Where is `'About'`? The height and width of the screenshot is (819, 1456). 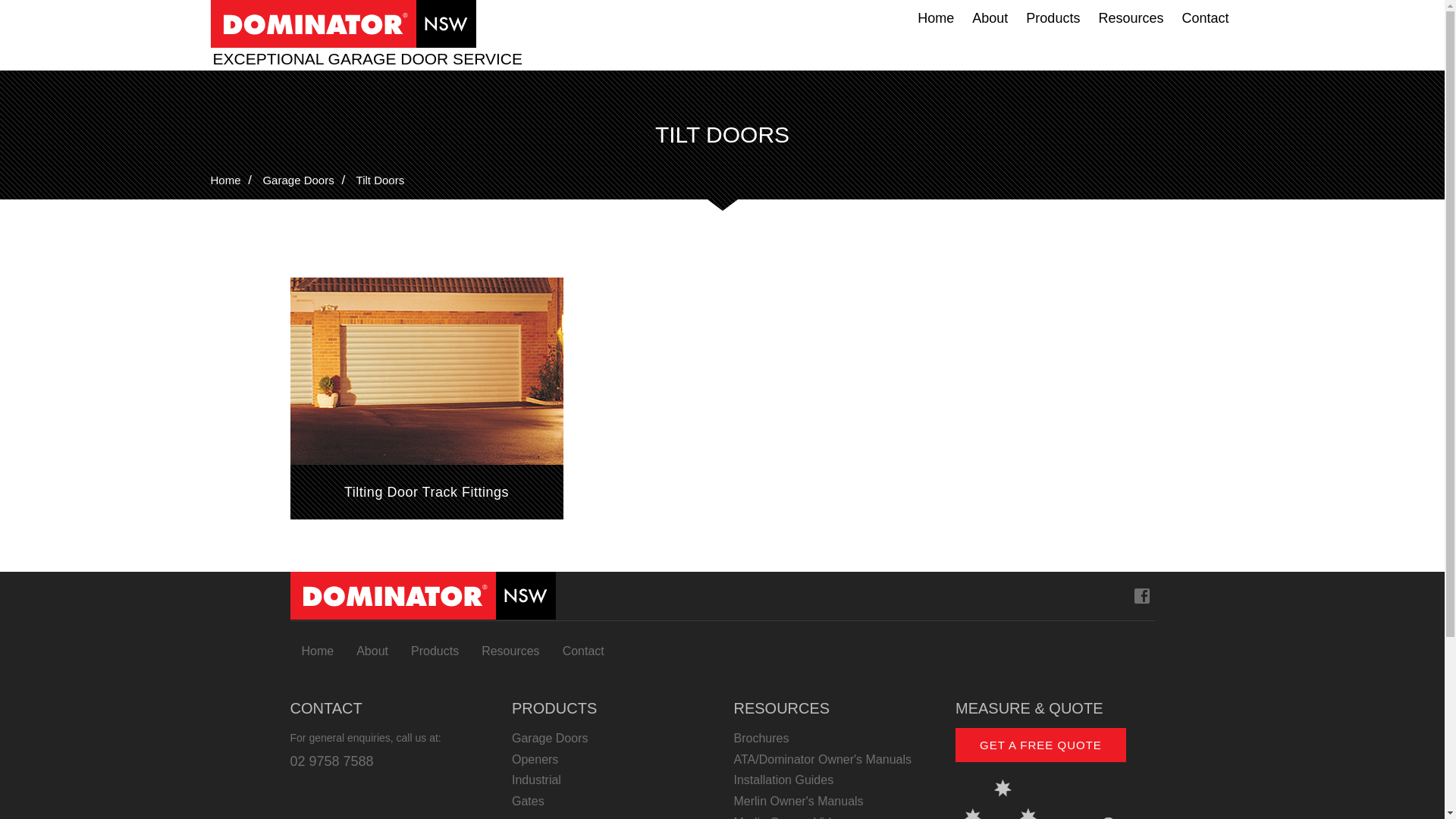
'About' is located at coordinates (990, 17).